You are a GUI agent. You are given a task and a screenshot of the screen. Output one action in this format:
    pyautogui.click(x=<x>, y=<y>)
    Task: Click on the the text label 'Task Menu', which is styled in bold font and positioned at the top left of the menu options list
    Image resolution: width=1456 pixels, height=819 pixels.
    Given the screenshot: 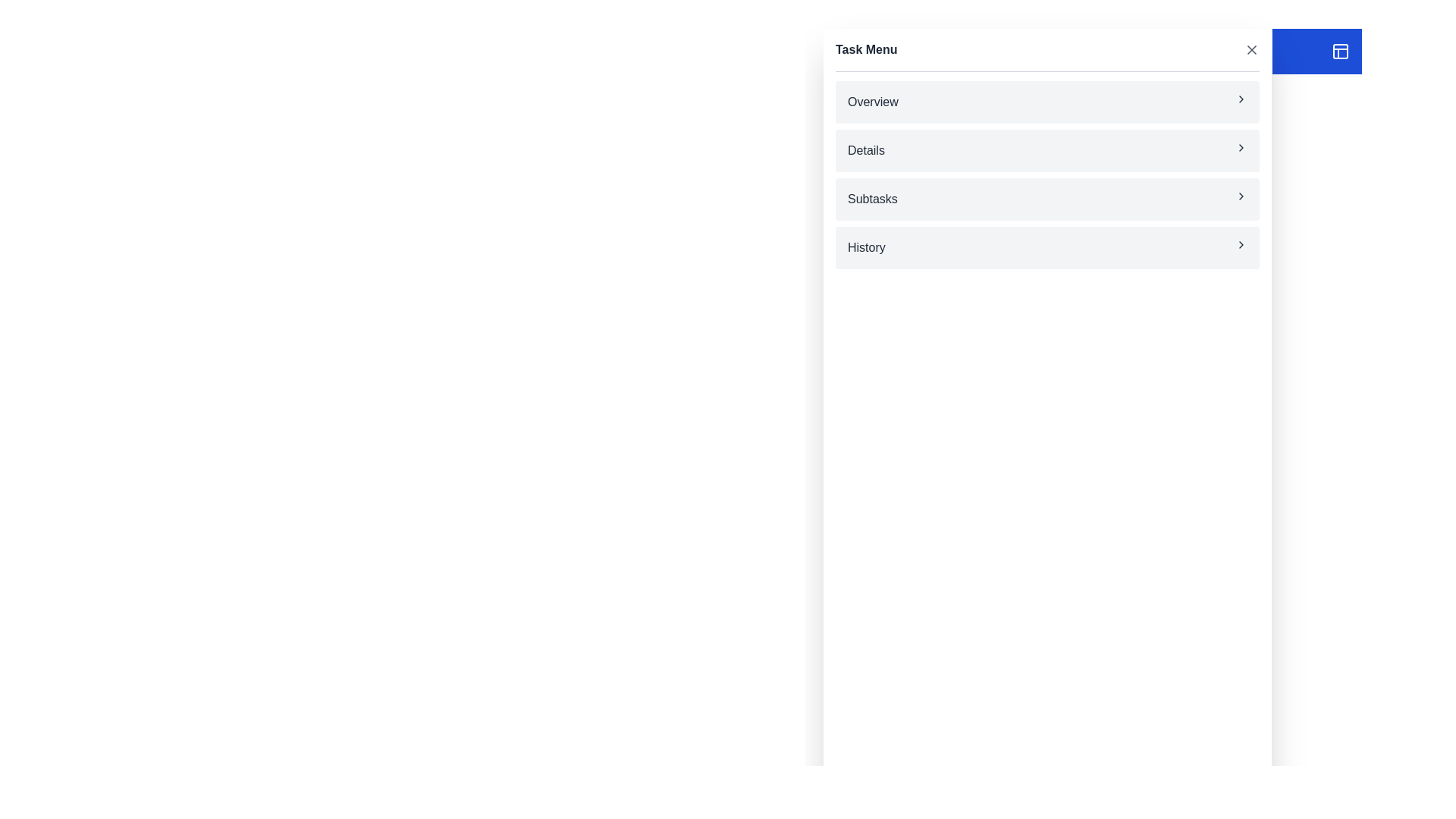 What is the action you would take?
    pyautogui.click(x=866, y=49)
    